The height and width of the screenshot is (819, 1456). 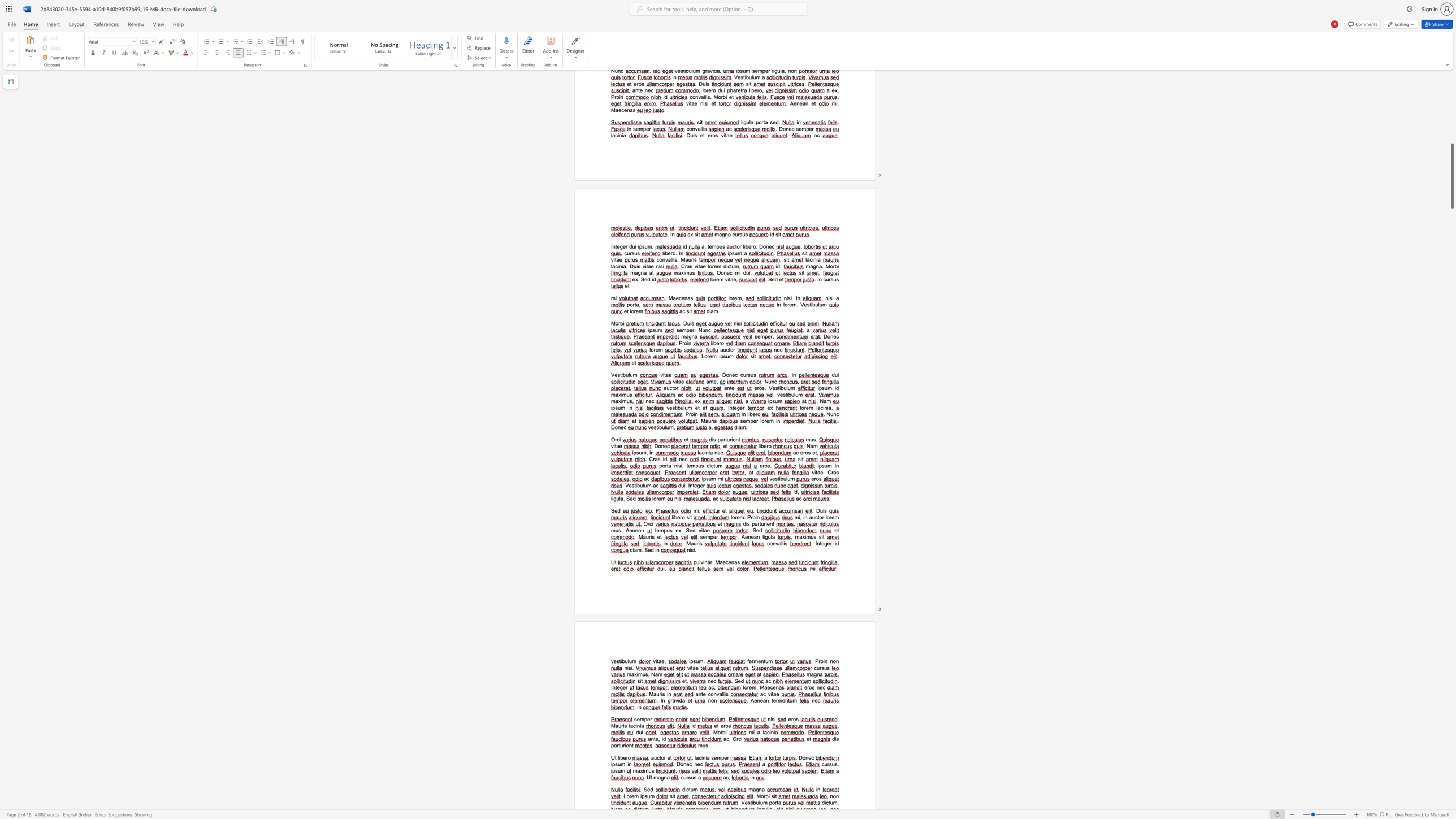 I want to click on the 2th character "u" in the text, so click(x=630, y=661).